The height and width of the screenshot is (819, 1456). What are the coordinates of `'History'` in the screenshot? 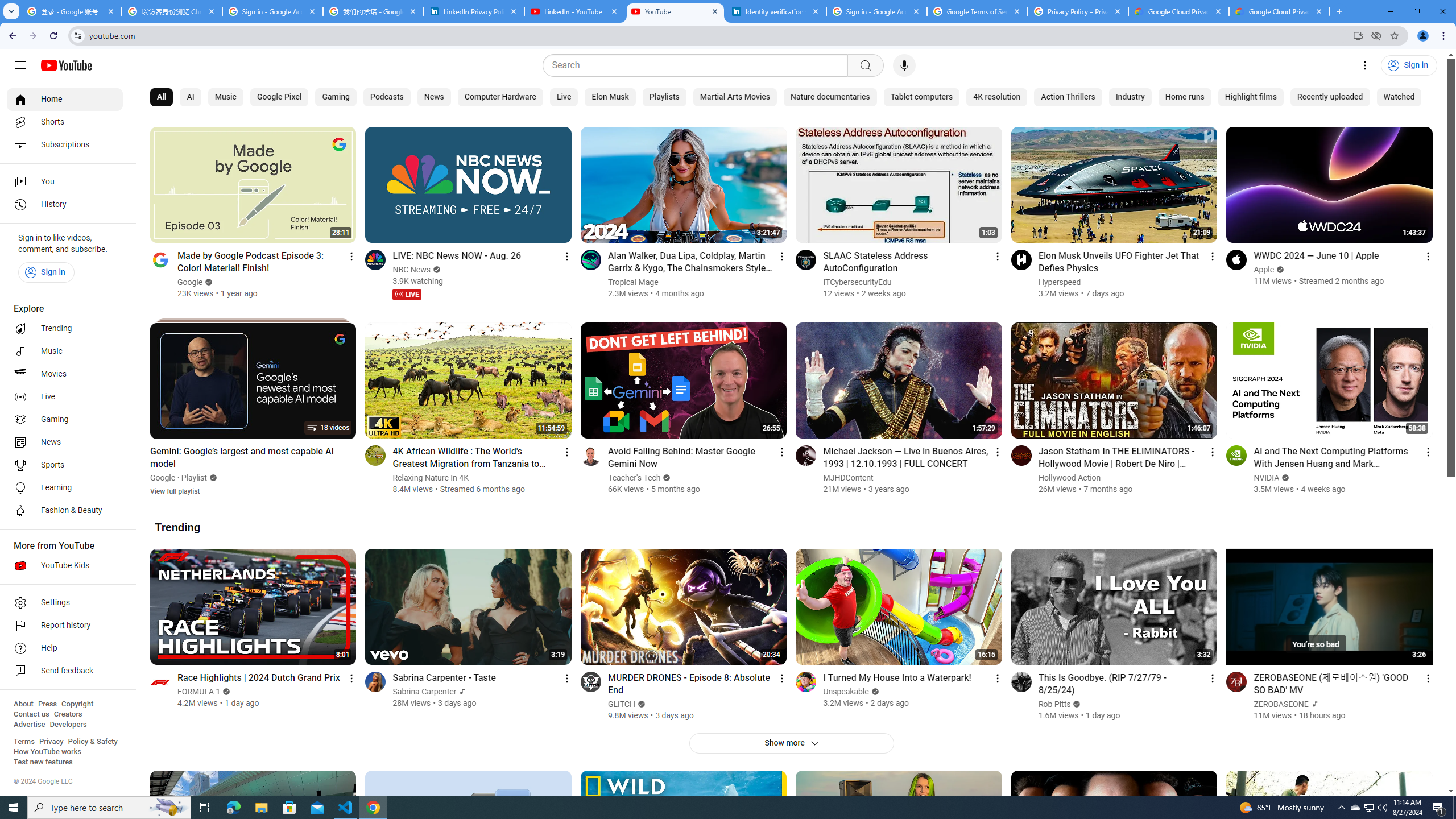 It's located at (64, 205).